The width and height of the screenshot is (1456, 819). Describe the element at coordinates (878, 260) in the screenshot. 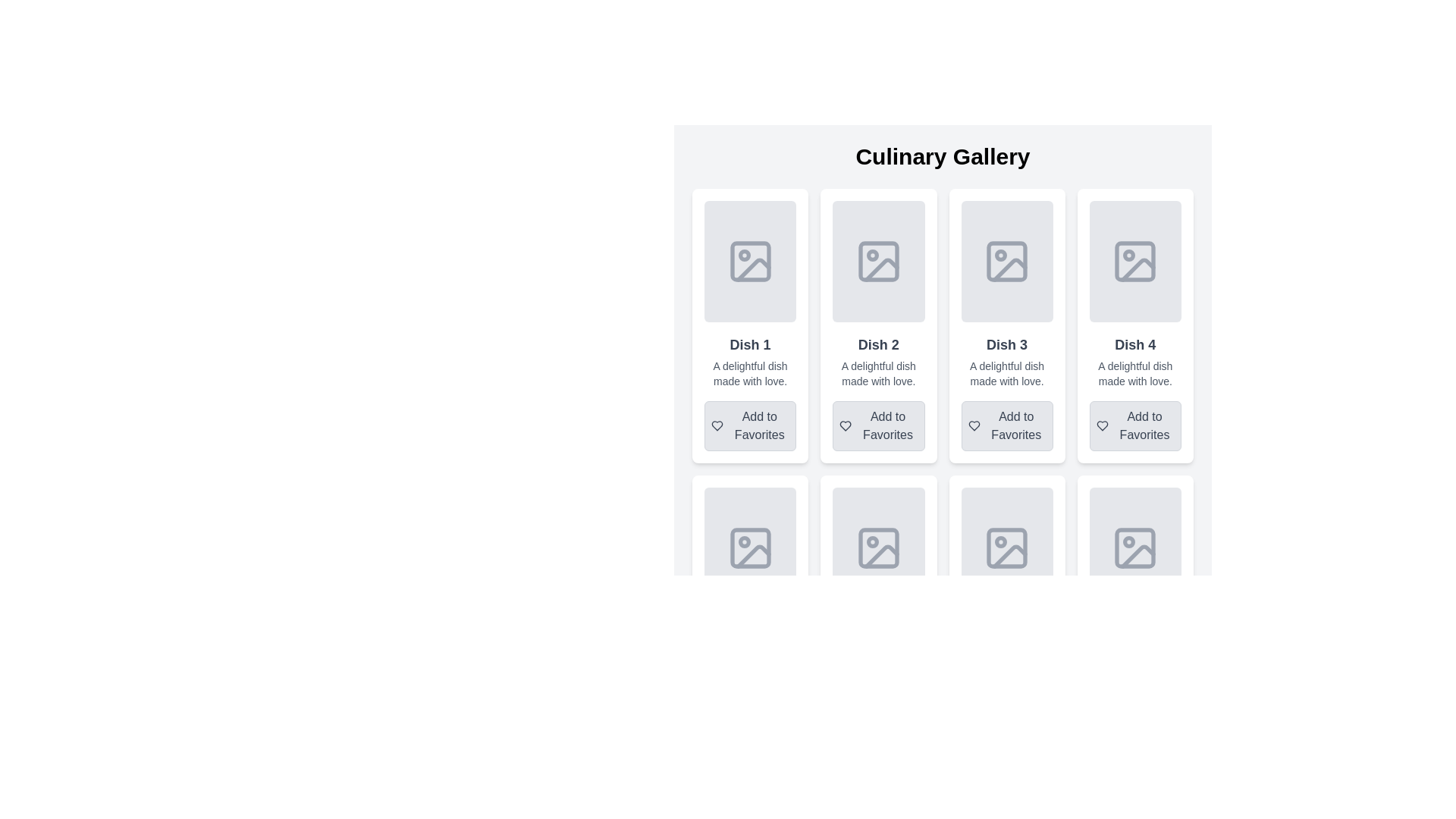

I see `the image placeholder for the card titled 'Dish 2' in the Culinary Gallery section, which is located in the second column and directly above the title text 'Dish 2'` at that location.